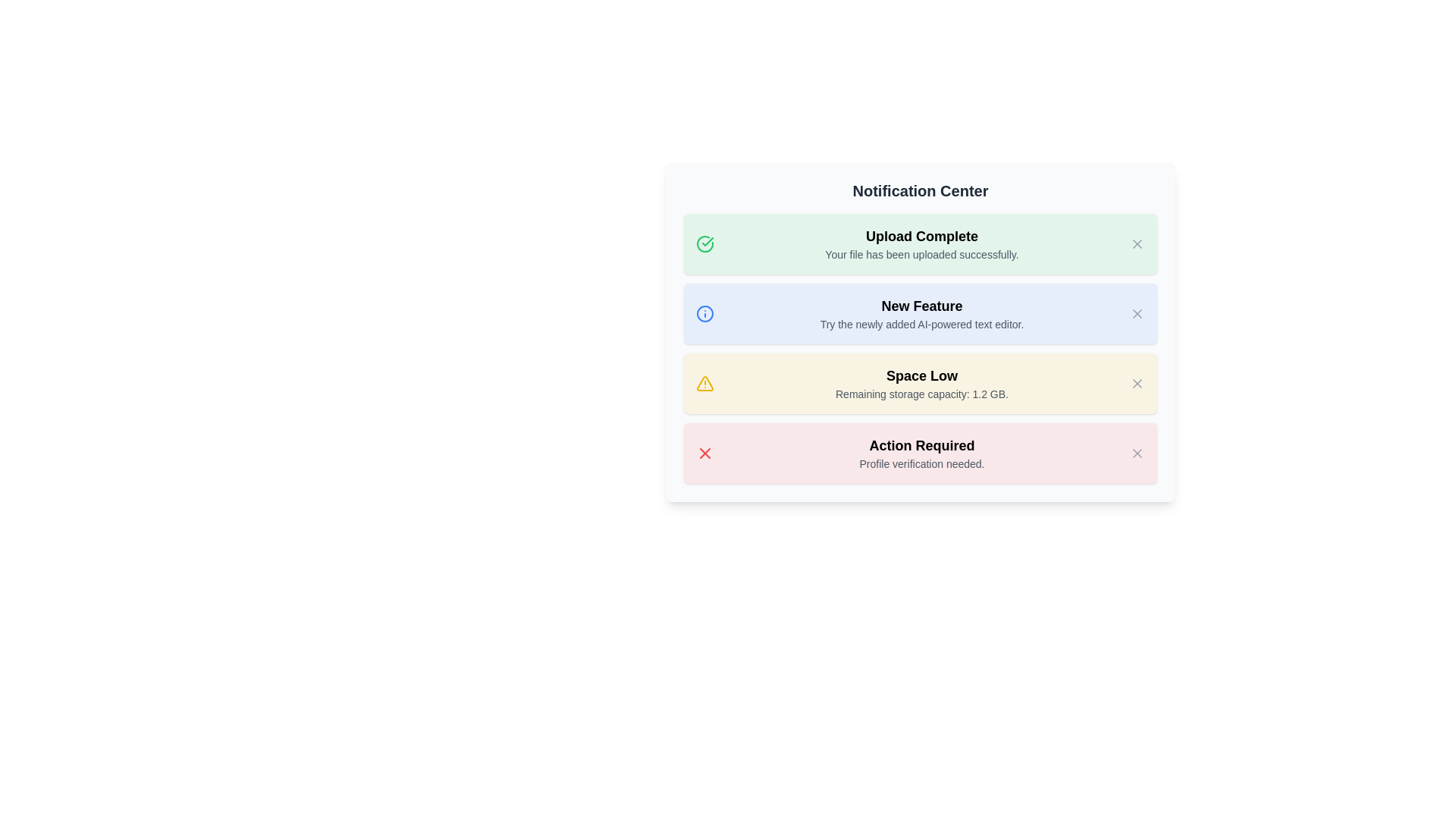 Image resolution: width=1456 pixels, height=819 pixels. What do you see at coordinates (704, 382) in the screenshot?
I see `the yellow warning triangle icon with an exclamation mark that indicates the 'Space Low' alert located next to the 'Space Low' text in the notification center` at bounding box center [704, 382].